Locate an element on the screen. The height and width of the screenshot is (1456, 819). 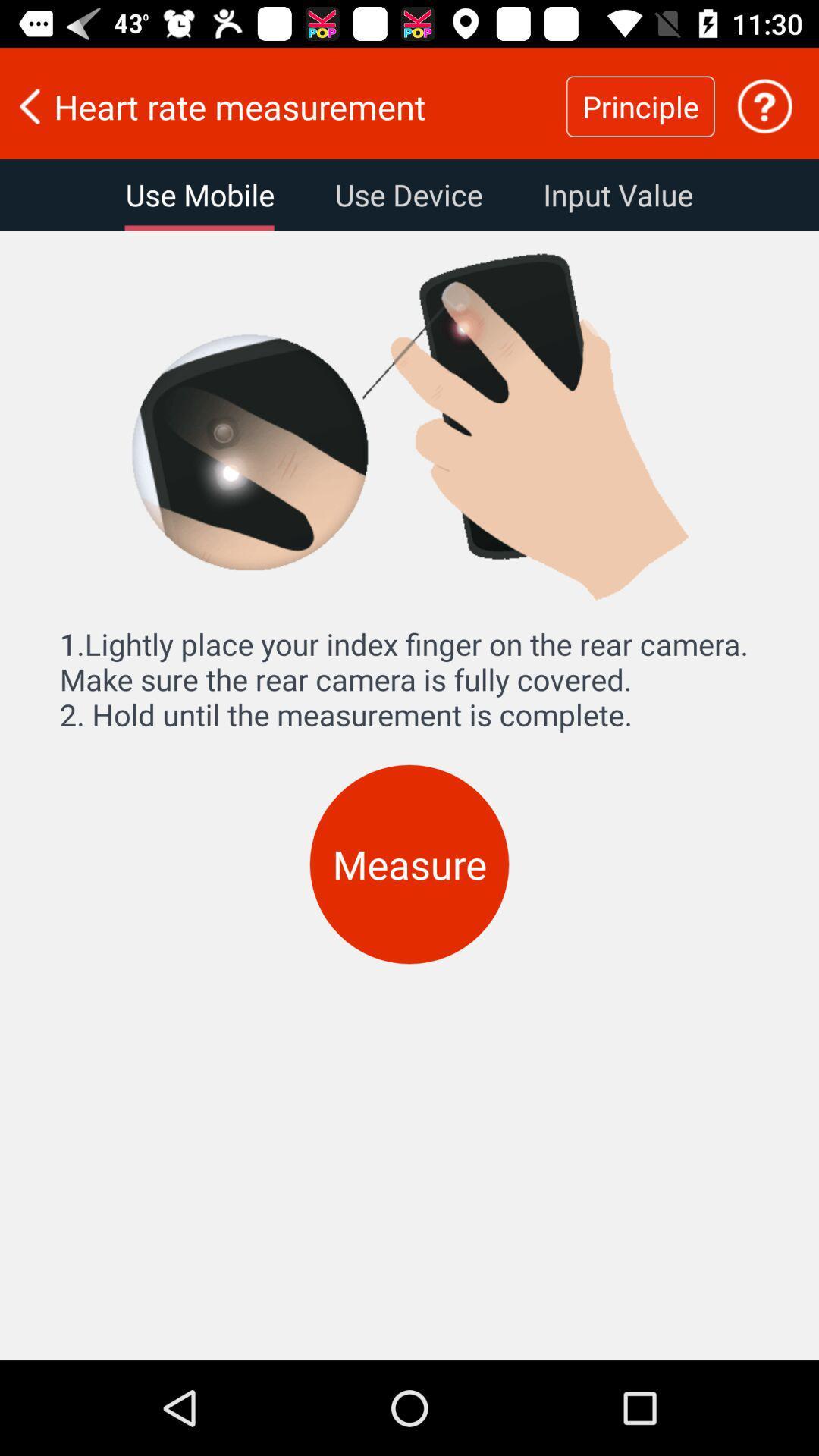
use device is located at coordinates (408, 194).